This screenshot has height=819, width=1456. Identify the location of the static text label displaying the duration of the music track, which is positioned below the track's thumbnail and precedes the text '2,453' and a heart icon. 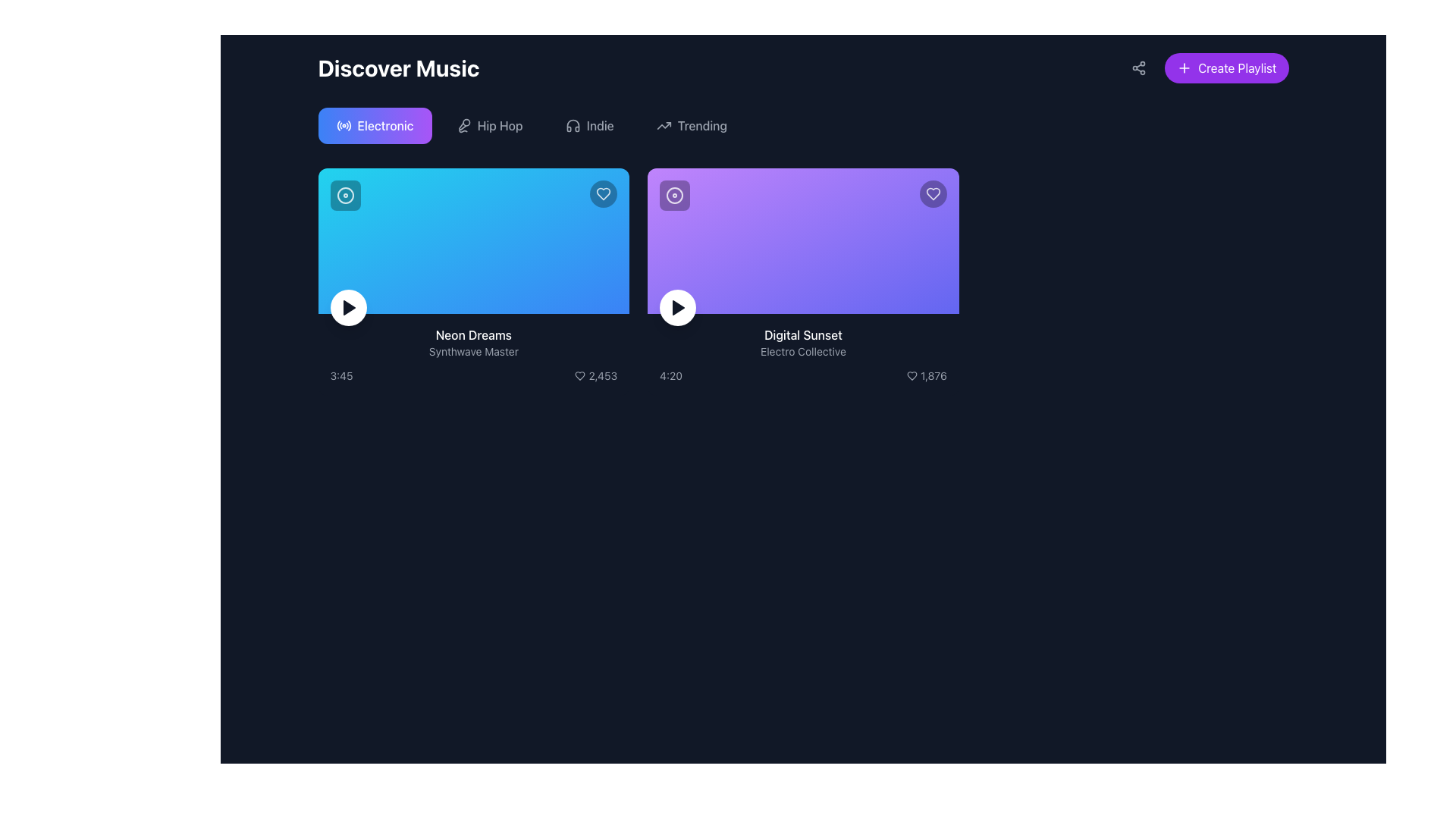
(340, 375).